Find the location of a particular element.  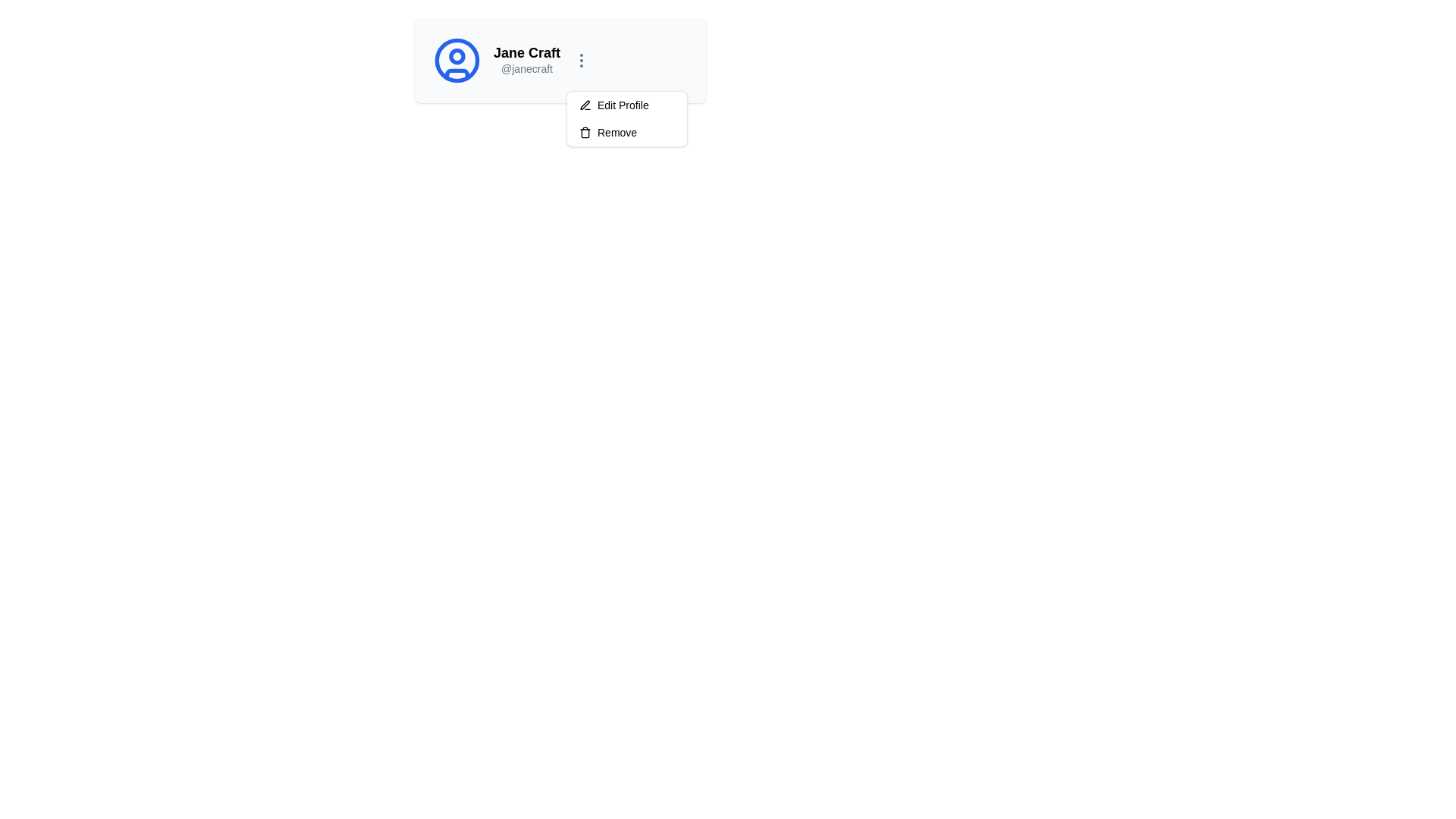

the pen icon located to the left of the 'Edit Profile' text label, which features a minimalist linear outline design is located at coordinates (585, 104).